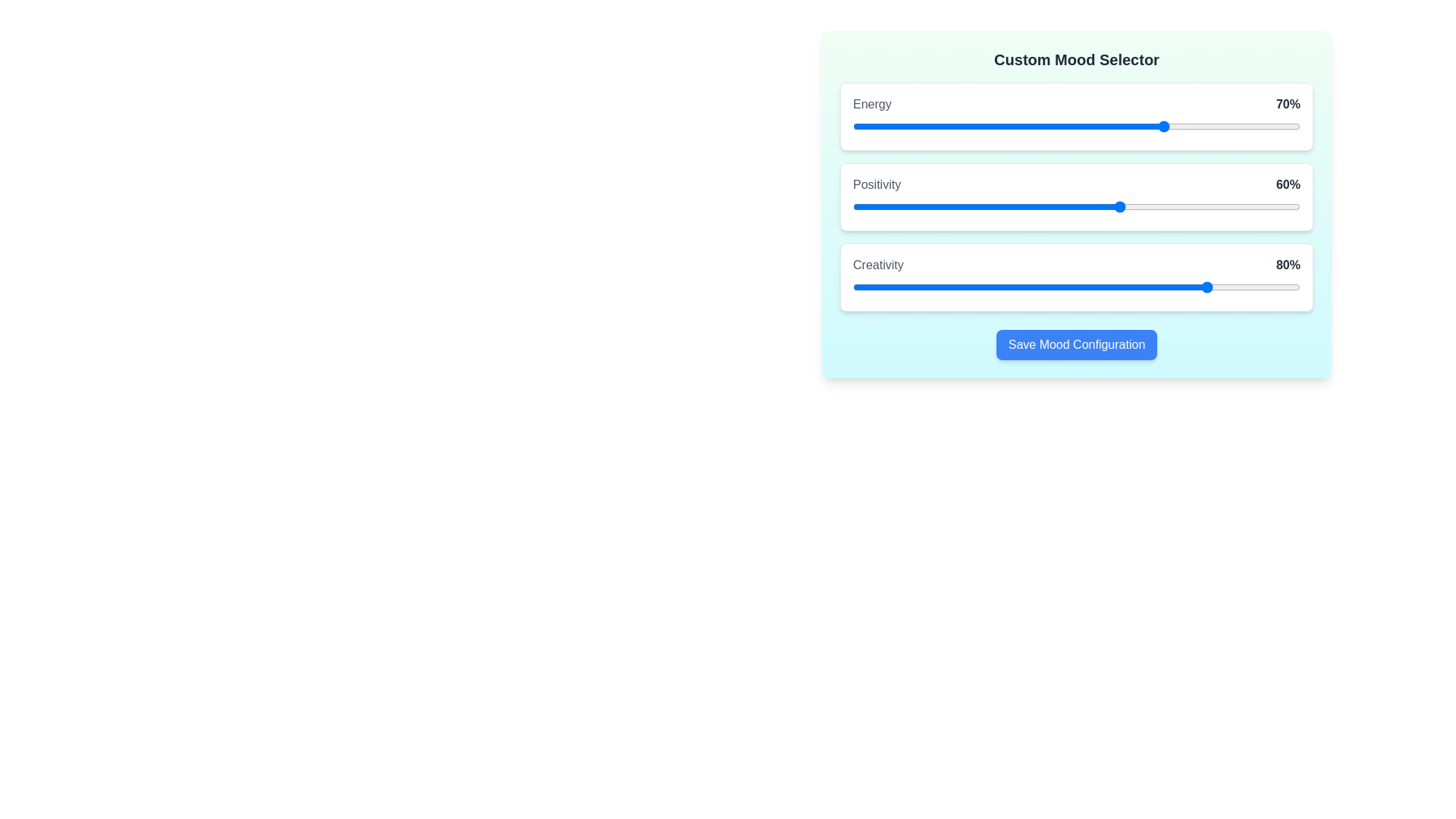 Image resolution: width=1456 pixels, height=819 pixels. Describe the element at coordinates (1295, 207) in the screenshot. I see `the 1 slider to 99%` at that location.